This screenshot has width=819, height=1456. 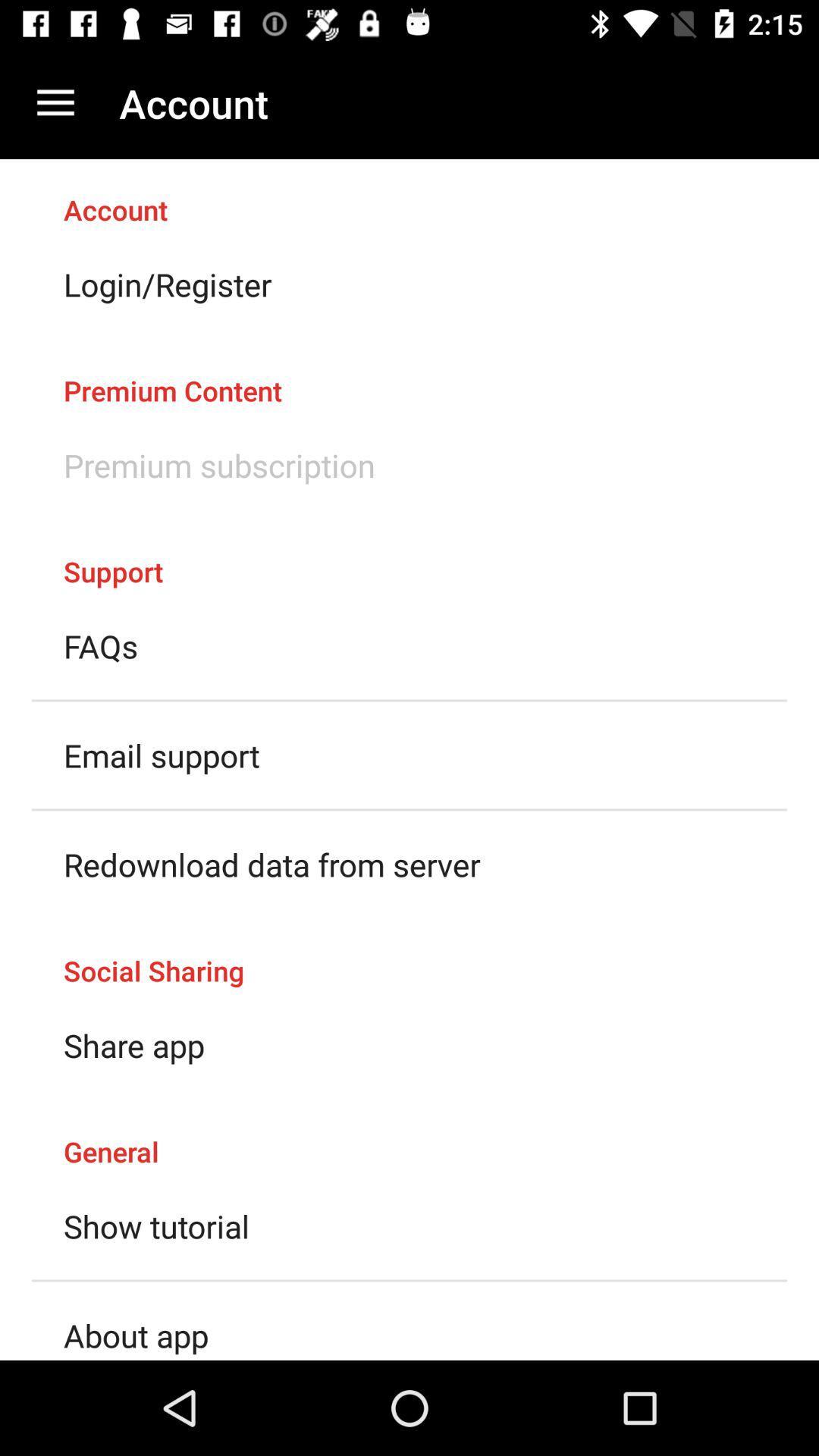 I want to click on the item above general, so click(x=133, y=1044).